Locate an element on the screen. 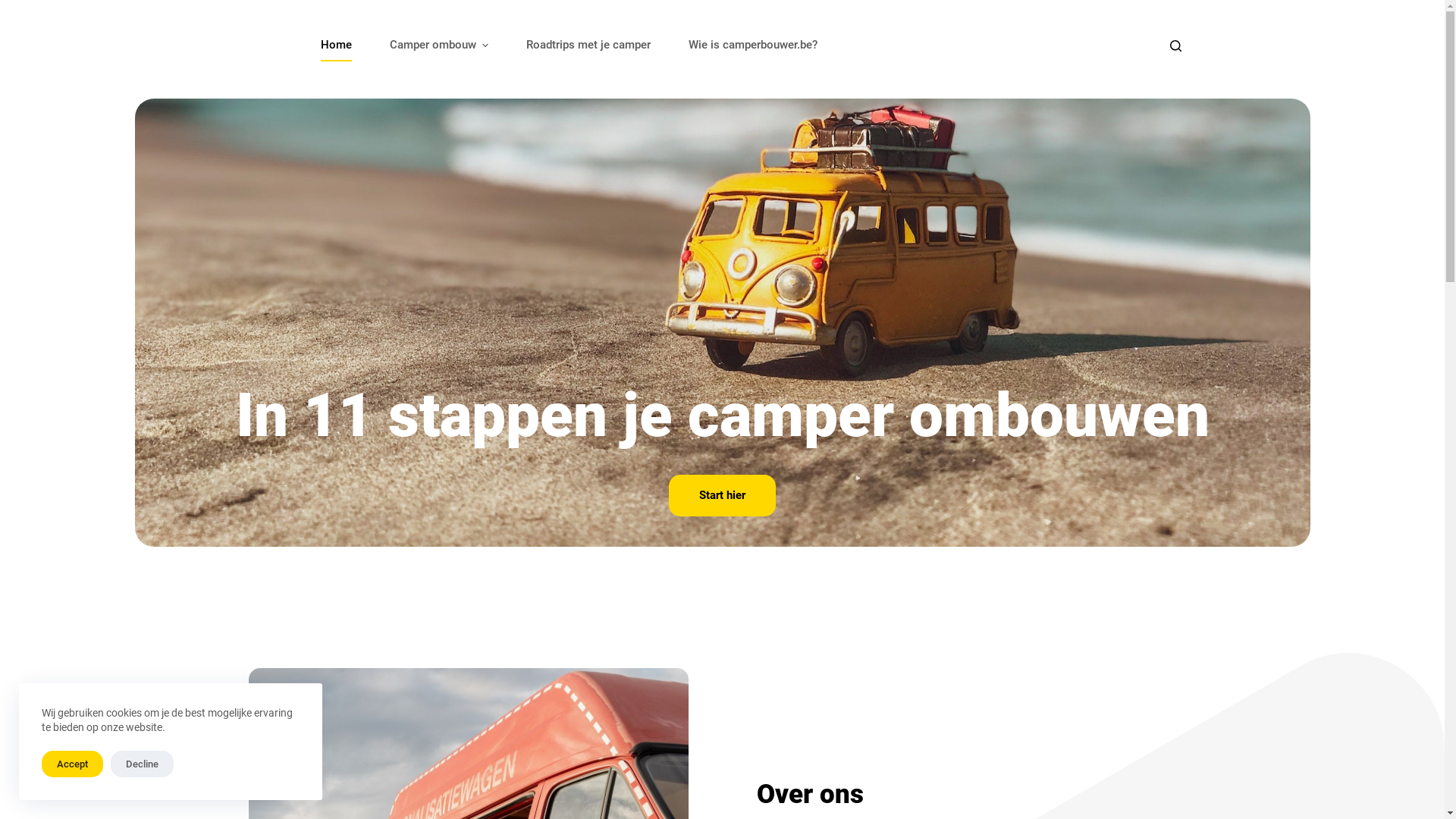  'Decline' is located at coordinates (109, 764).